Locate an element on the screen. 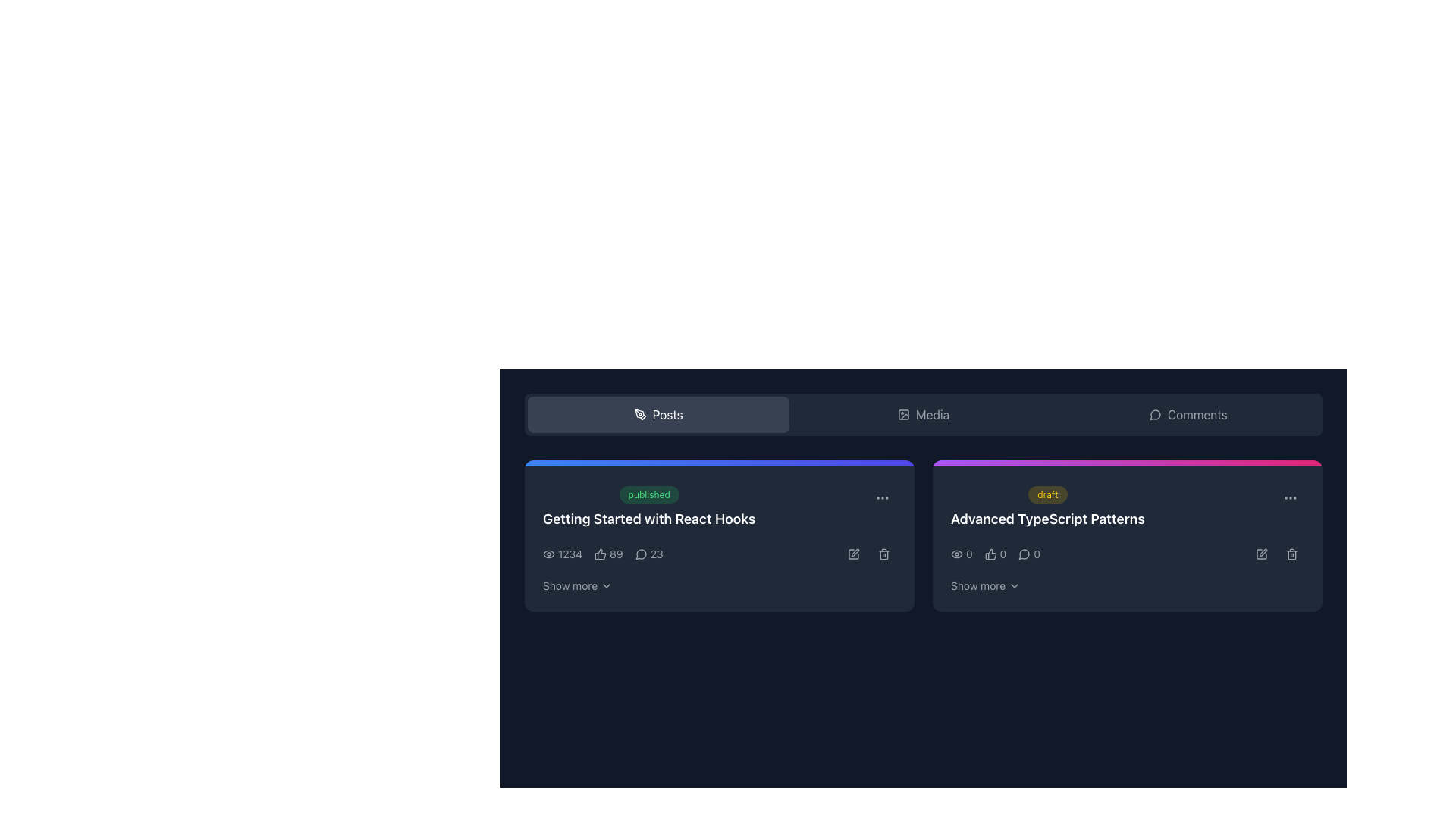  the circular button with a three-dot ellipsis icon located at the top-right corner of the 'Advanced TypeScript Patterns' card is located at coordinates (1290, 497).